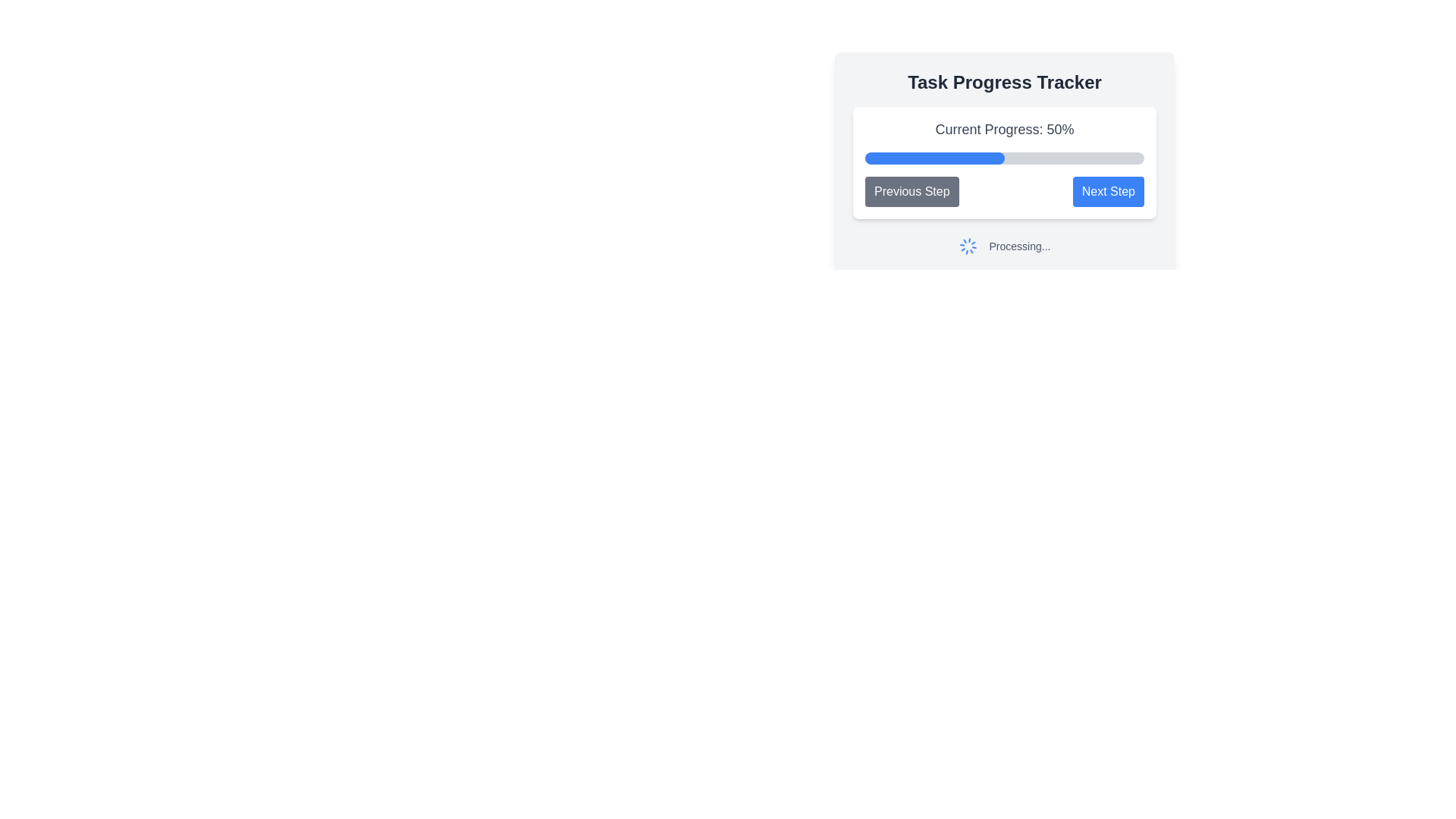 The image size is (1456, 819). What do you see at coordinates (1004, 245) in the screenshot?
I see `the Loading Indicator with Descriptive Text located within the 'Task Progress Tracker' interface, positioned below the progress tracker and buttons` at bounding box center [1004, 245].